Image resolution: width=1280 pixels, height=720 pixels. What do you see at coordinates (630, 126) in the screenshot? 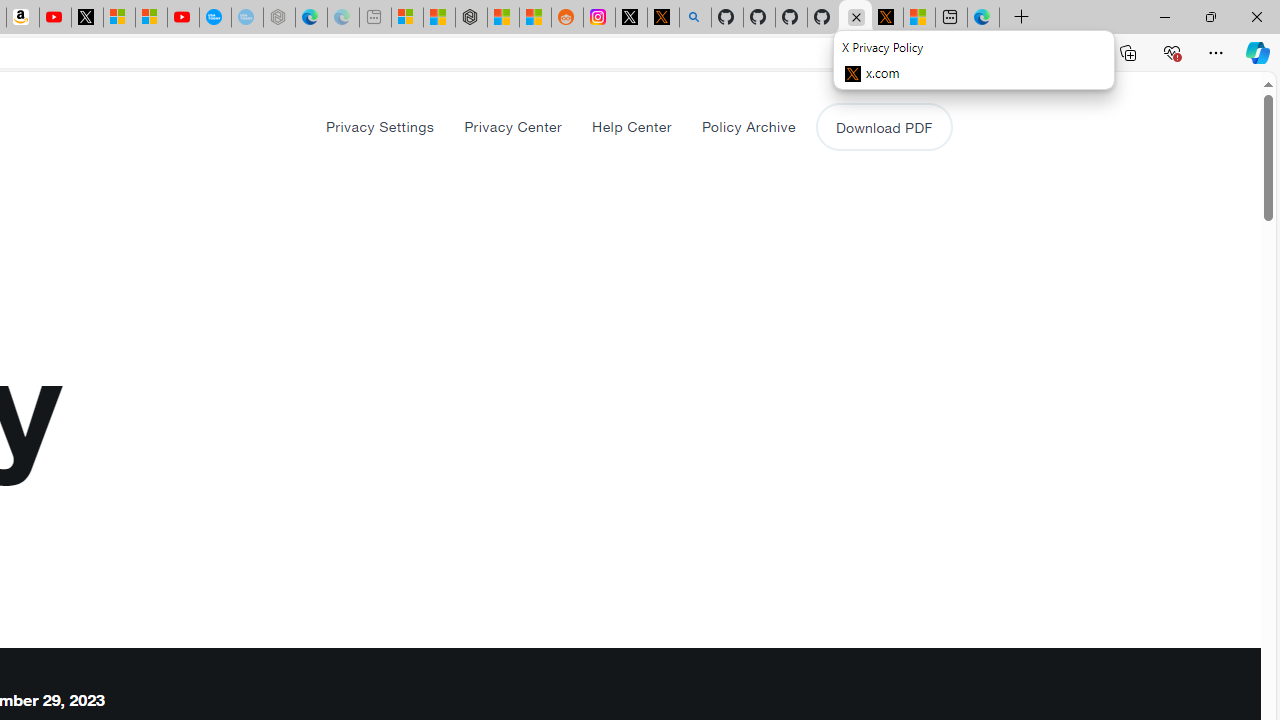
I see `'Help Center'` at bounding box center [630, 126].